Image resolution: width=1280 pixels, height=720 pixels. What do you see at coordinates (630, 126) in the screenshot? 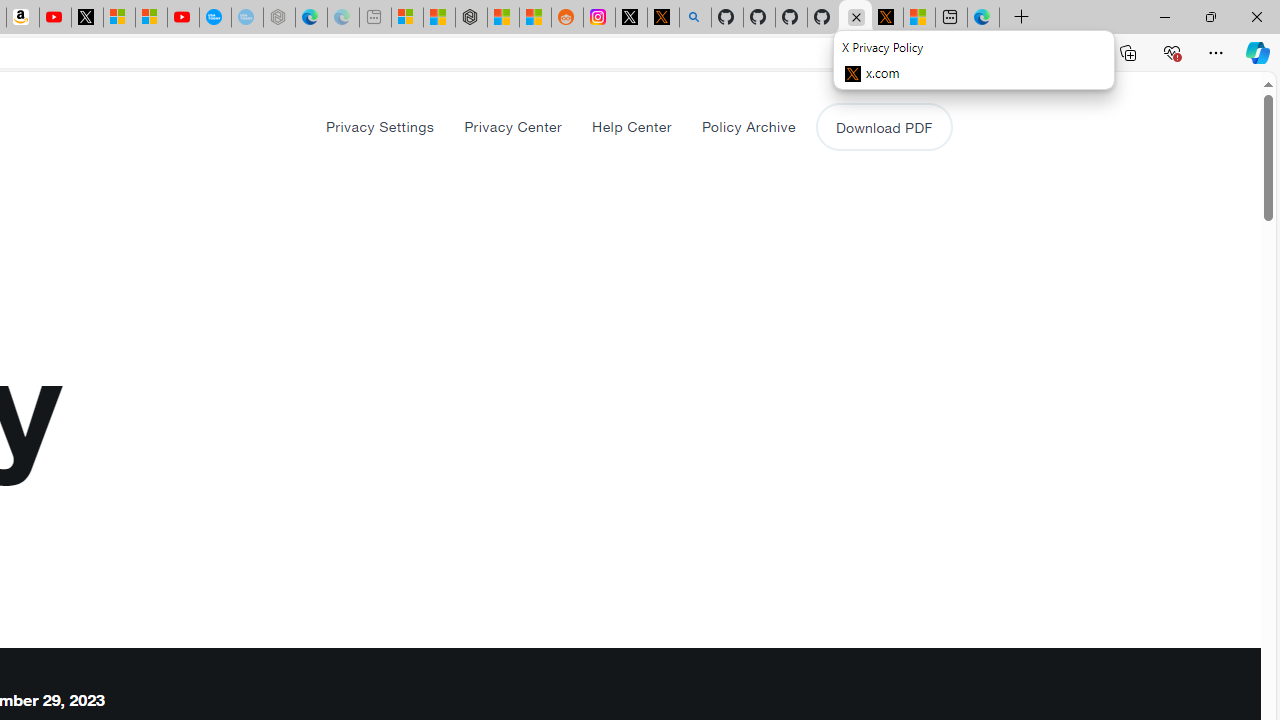
I see `'Help Center'` at bounding box center [630, 126].